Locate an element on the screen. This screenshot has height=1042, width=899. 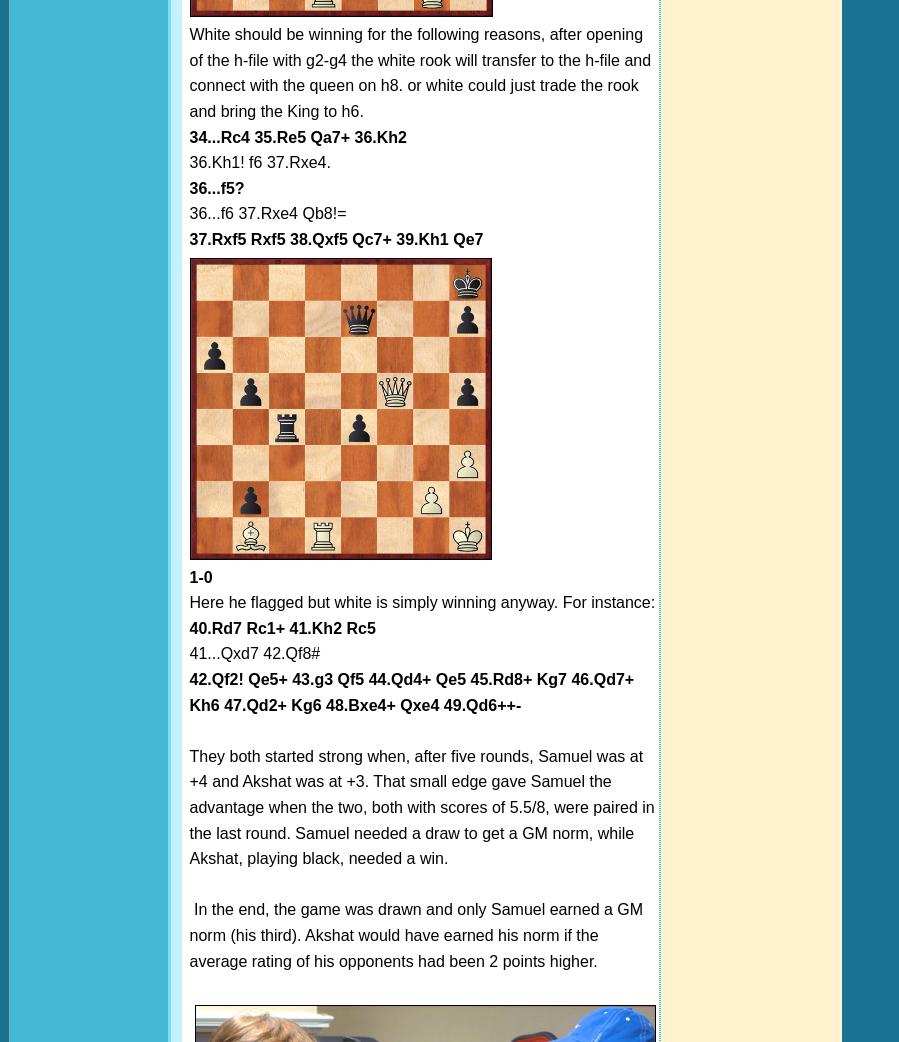
'41...Qxd7
42.Qf8#' is located at coordinates (254, 653).